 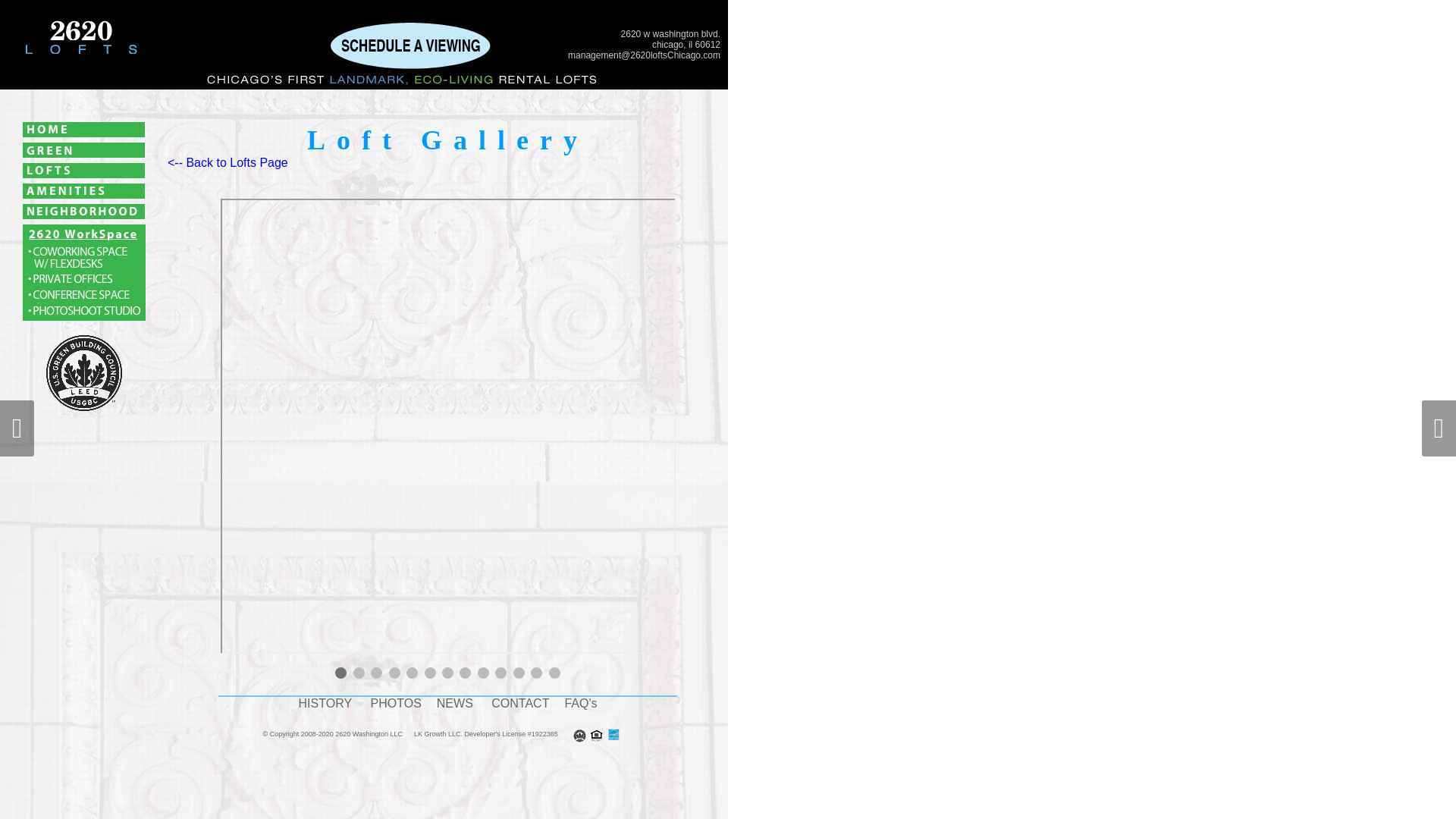 I want to click on 'PHOTOS', so click(x=396, y=703).